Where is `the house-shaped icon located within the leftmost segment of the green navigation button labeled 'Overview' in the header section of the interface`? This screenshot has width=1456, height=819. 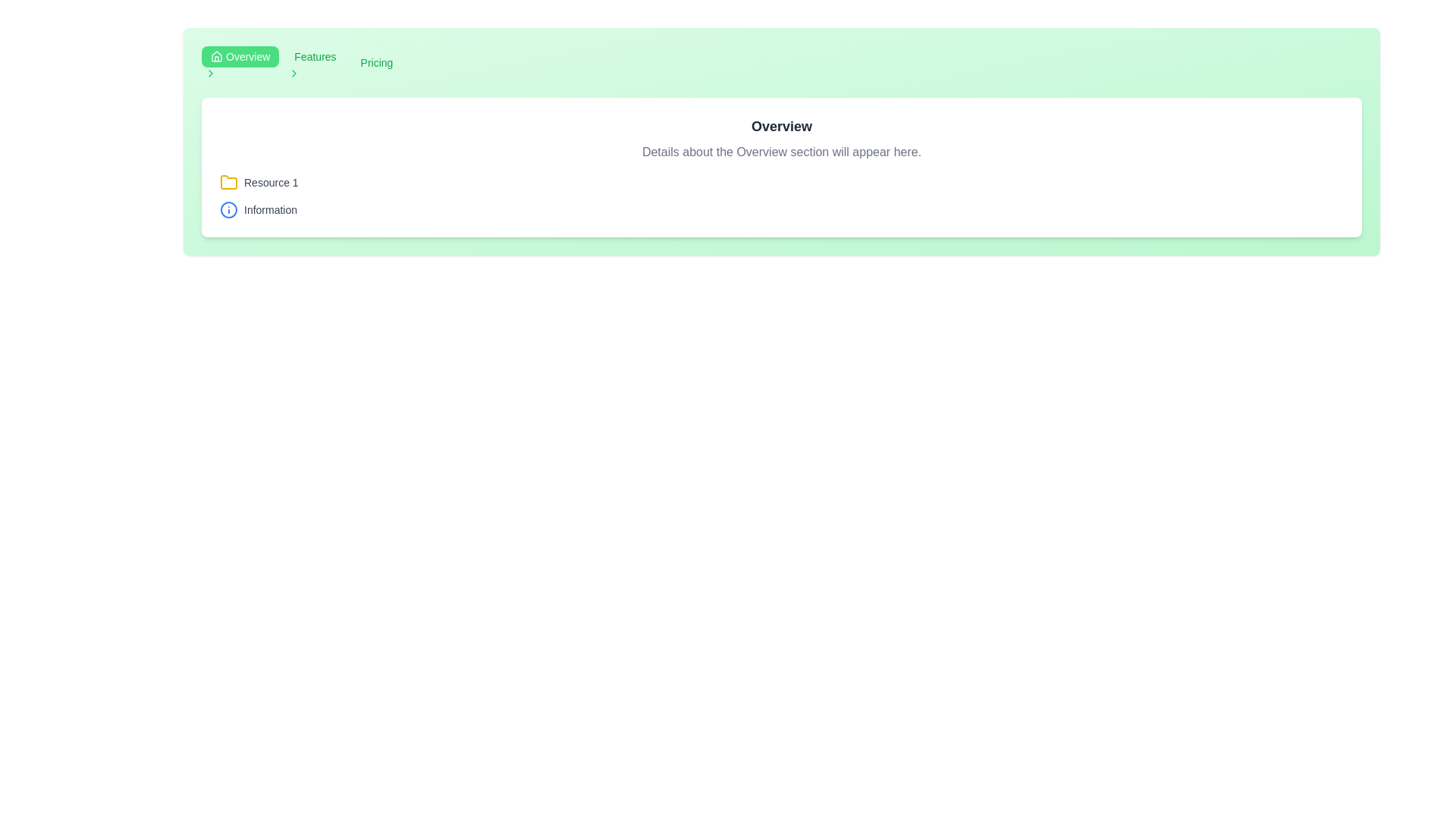 the house-shaped icon located within the leftmost segment of the green navigation button labeled 'Overview' in the header section of the interface is located at coordinates (216, 55).